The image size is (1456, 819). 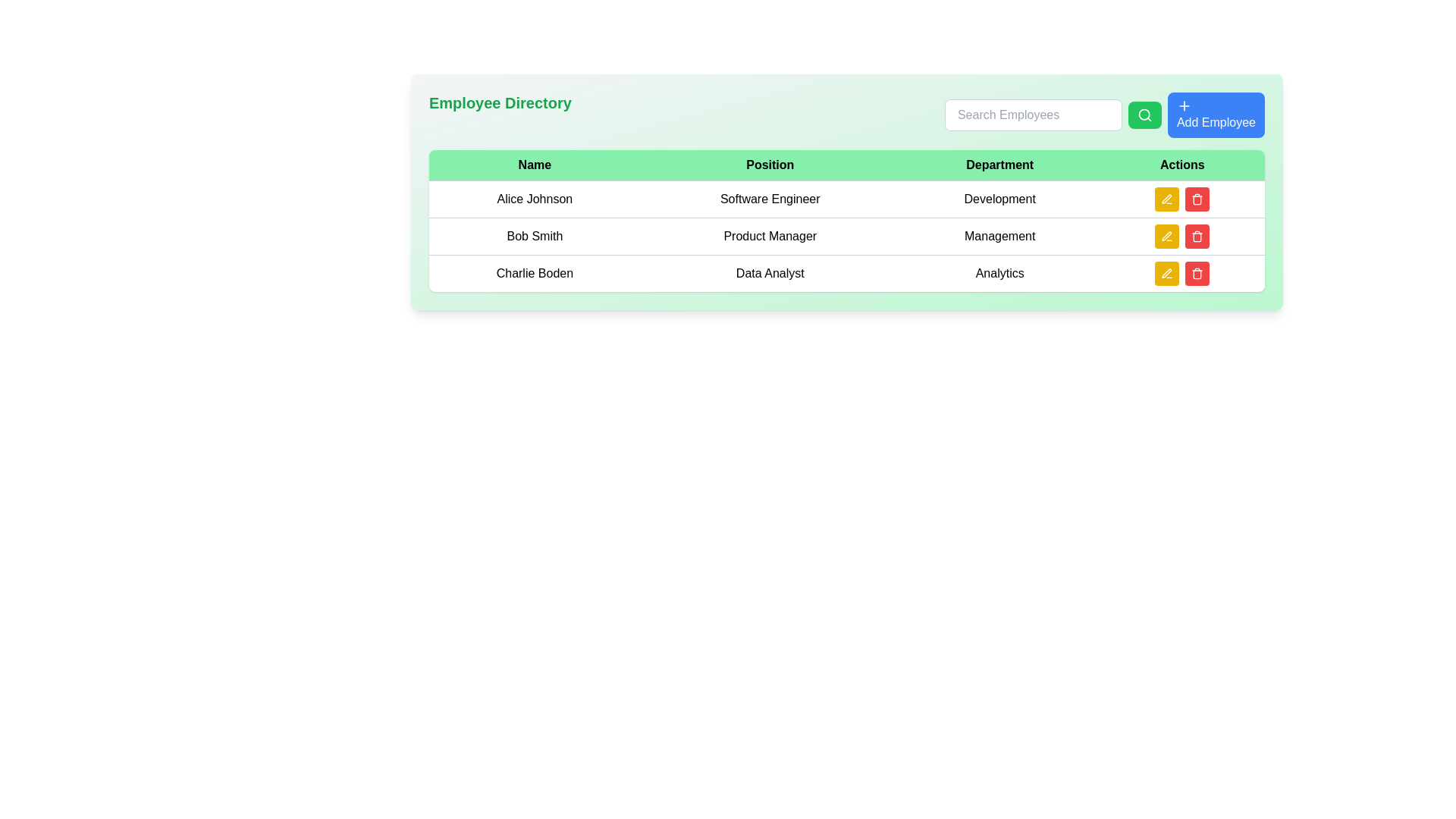 I want to click on the delete icon button in the Actions column of the table for the employee named 'Charlie Boden', so click(x=1197, y=274).